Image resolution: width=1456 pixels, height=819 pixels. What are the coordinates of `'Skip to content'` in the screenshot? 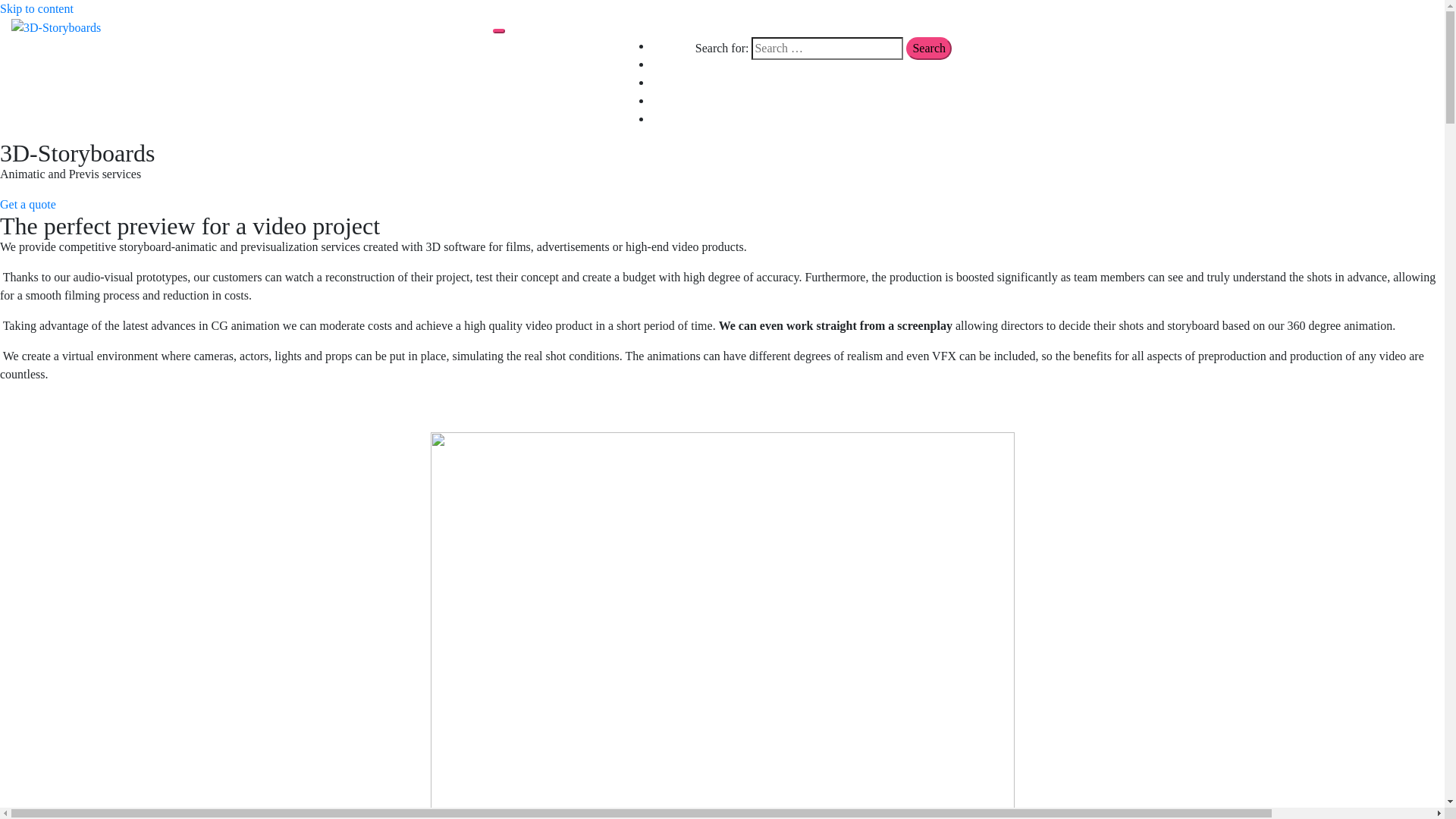 It's located at (36, 8).